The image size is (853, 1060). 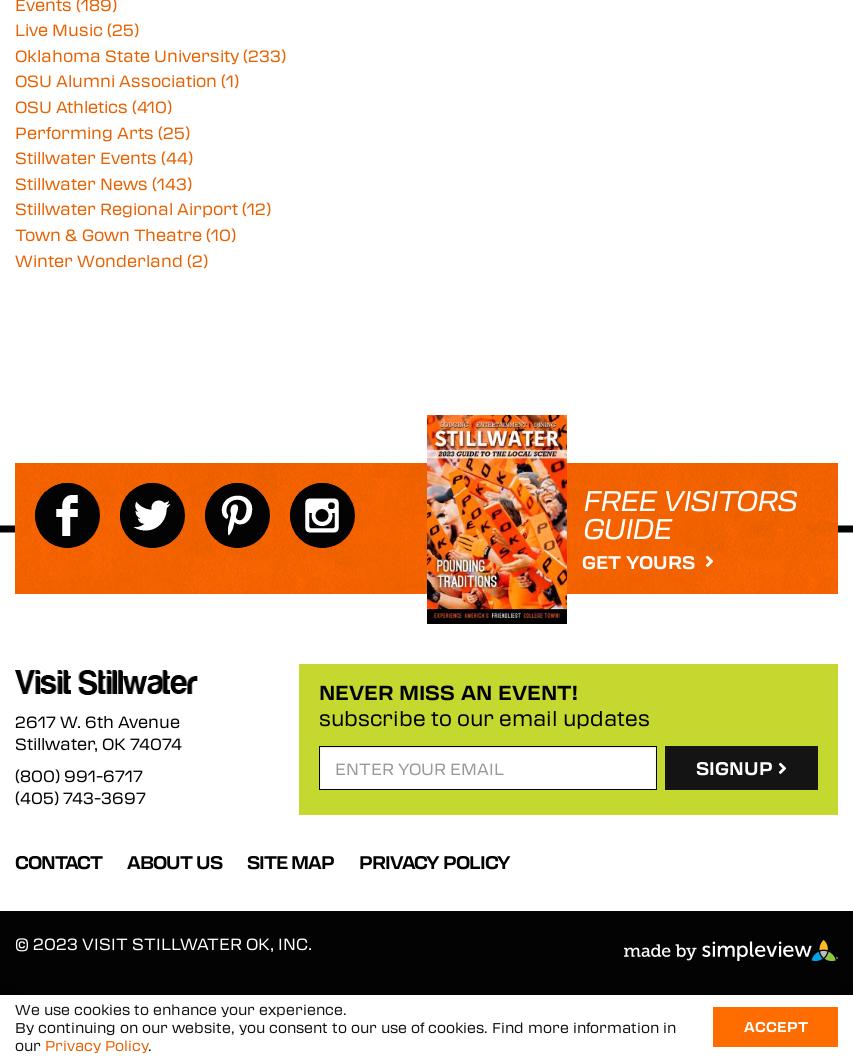 I want to click on 'Stillwater, OK 74074', so click(x=14, y=742).